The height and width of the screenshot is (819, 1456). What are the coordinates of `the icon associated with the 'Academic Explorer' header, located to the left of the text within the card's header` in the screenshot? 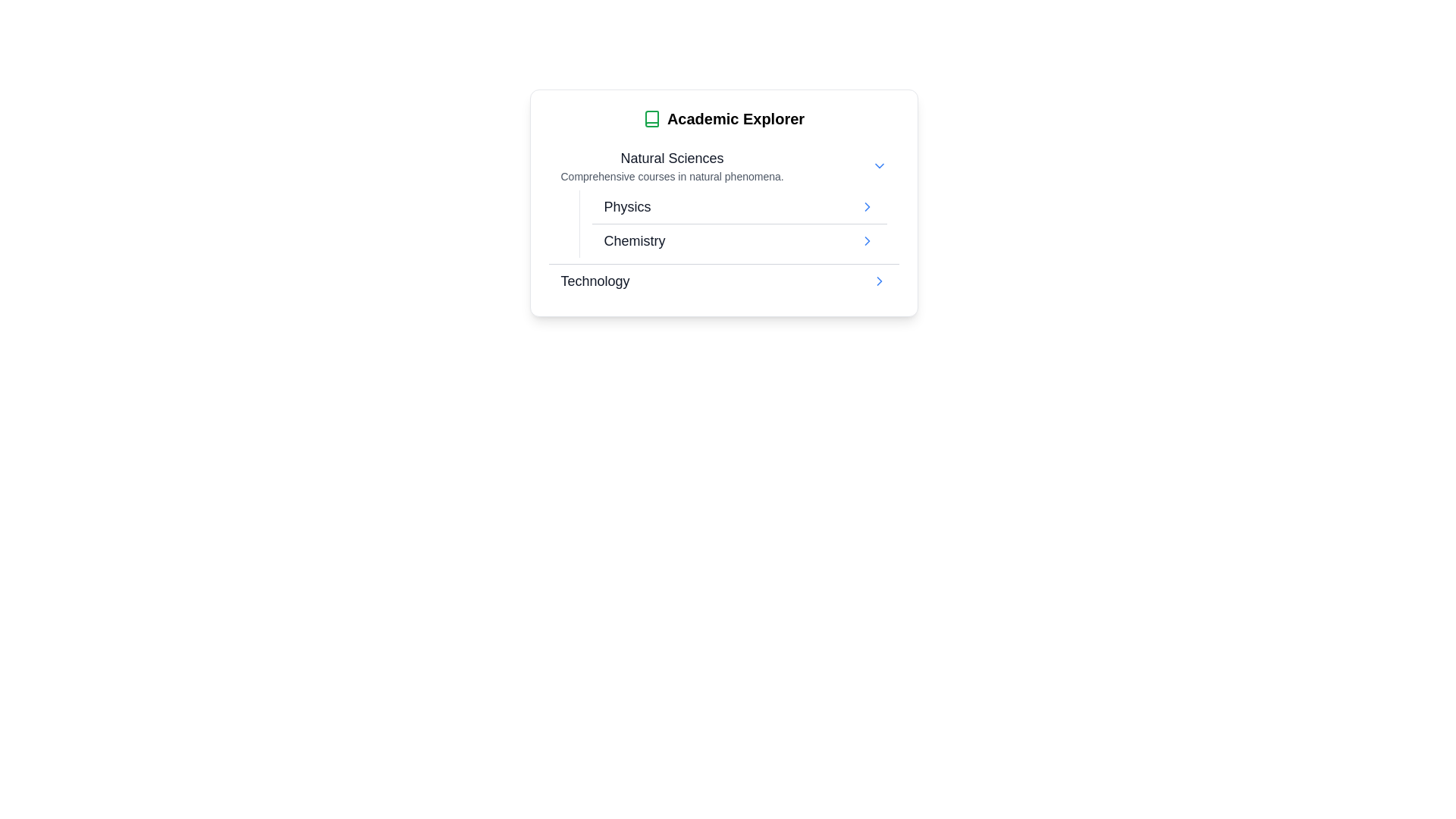 It's located at (651, 118).